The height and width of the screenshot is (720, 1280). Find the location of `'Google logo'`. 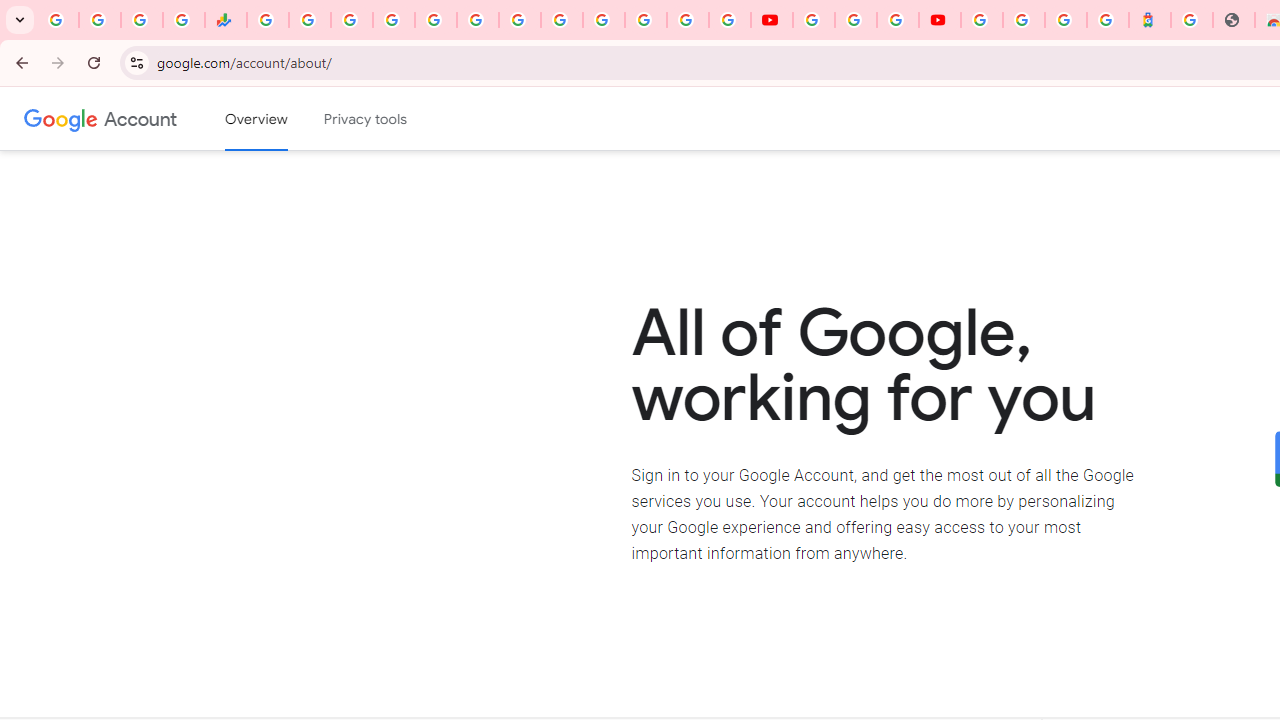

'Google logo' is located at coordinates (61, 118).